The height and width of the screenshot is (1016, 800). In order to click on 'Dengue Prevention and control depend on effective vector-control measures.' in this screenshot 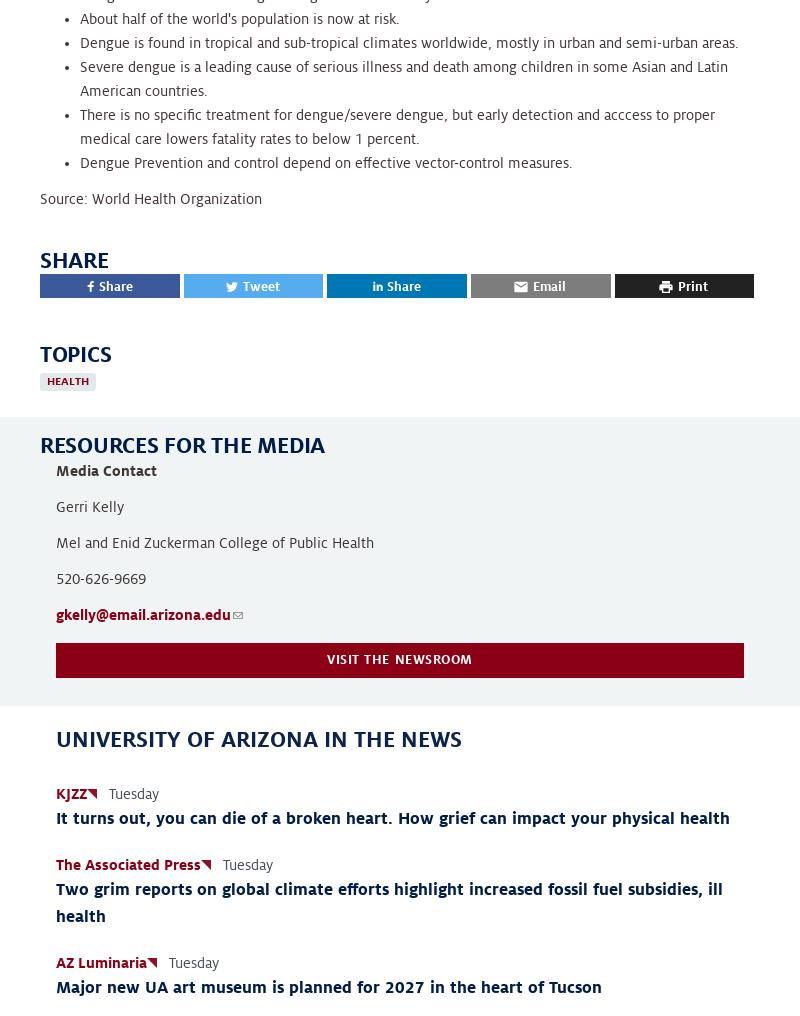, I will do `click(80, 160)`.